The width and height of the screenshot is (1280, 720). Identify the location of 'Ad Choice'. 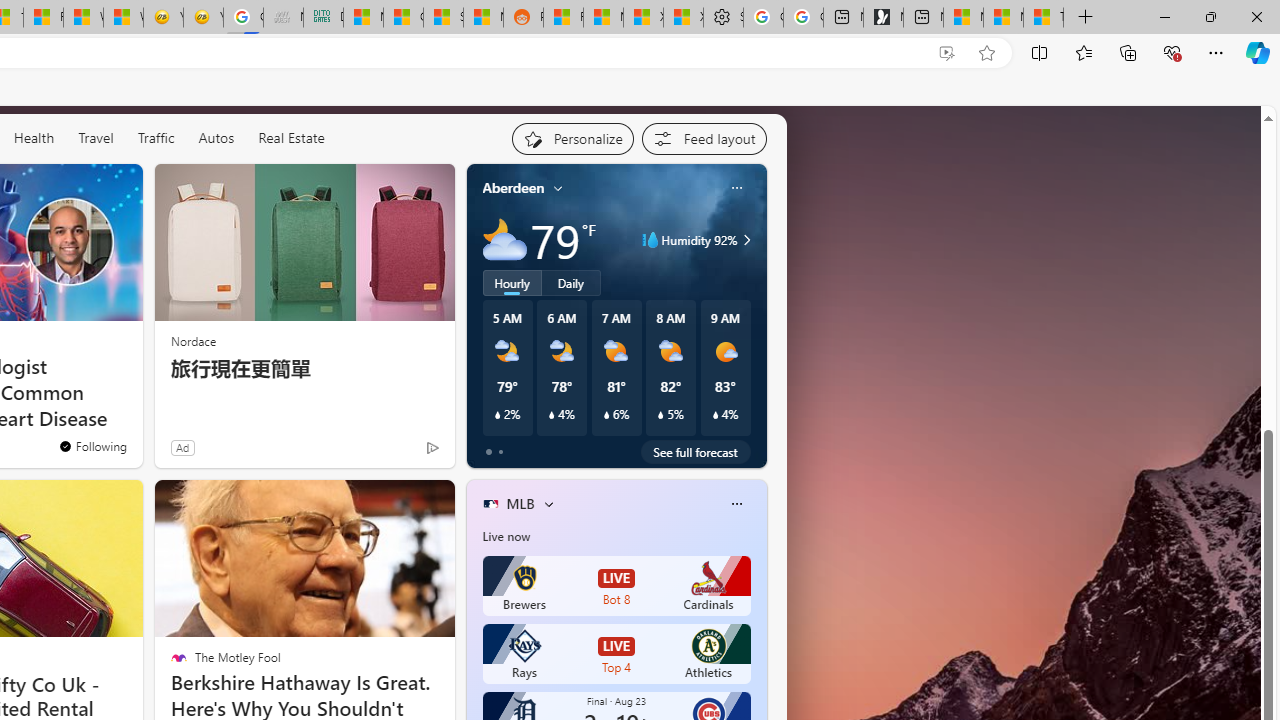
(431, 446).